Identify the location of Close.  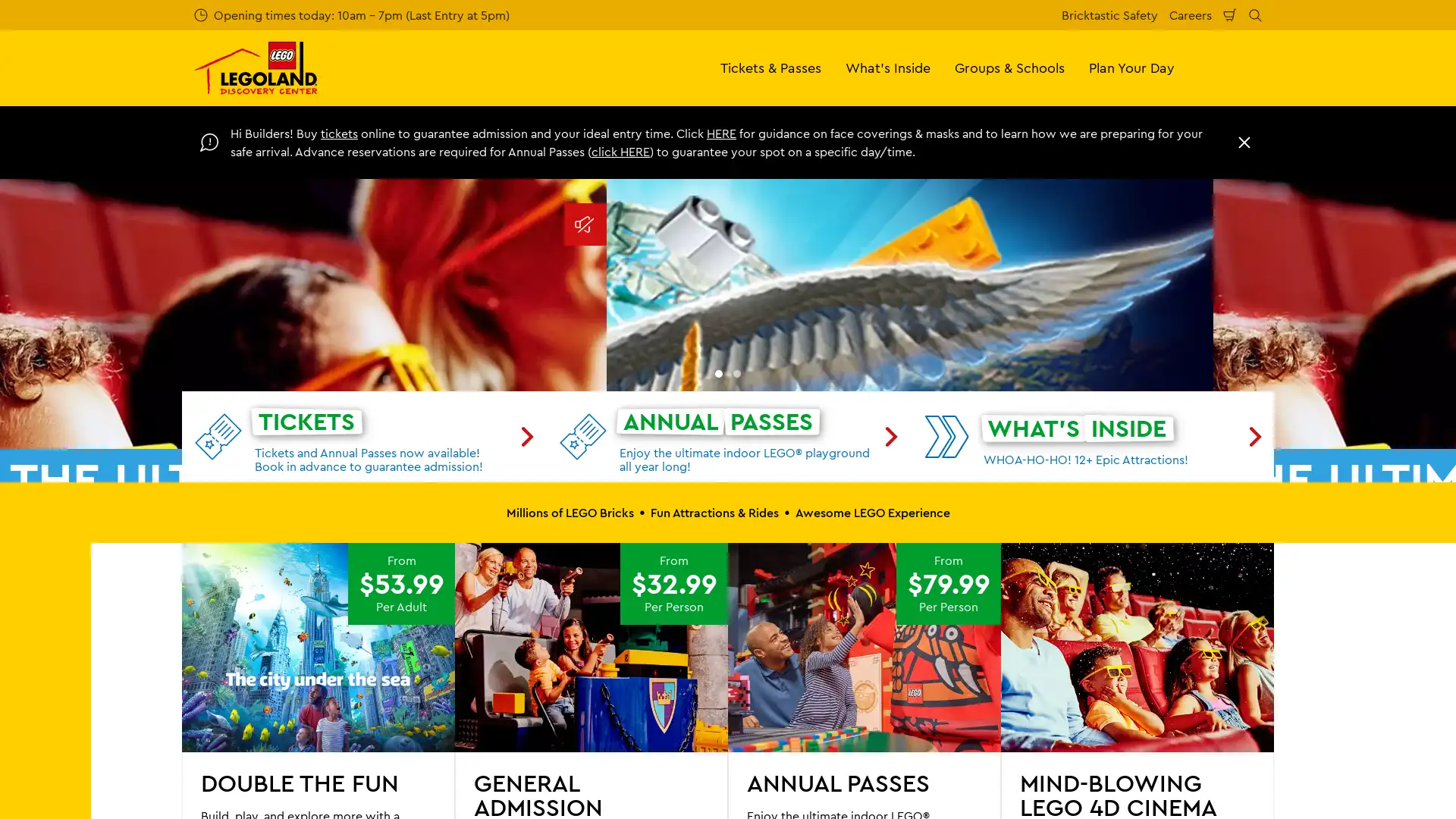
(1244, 143).